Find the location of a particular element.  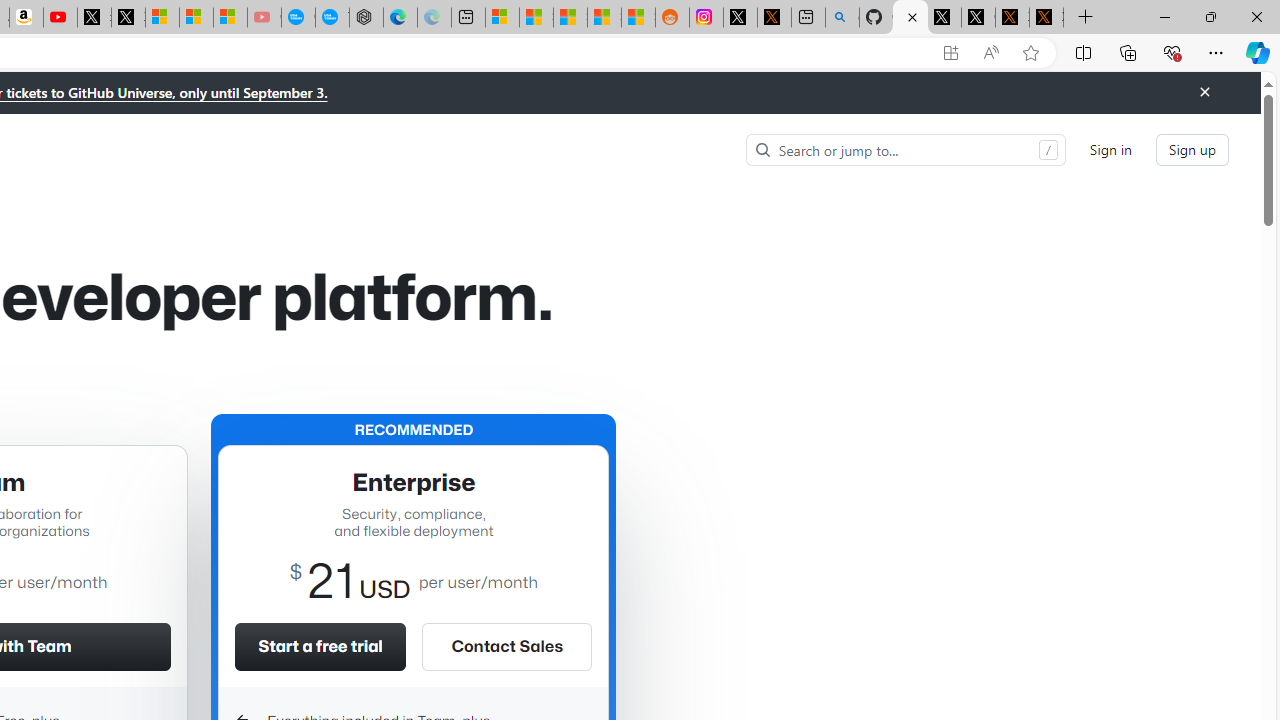

'The most popular Google ' is located at coordinates (332, 17).